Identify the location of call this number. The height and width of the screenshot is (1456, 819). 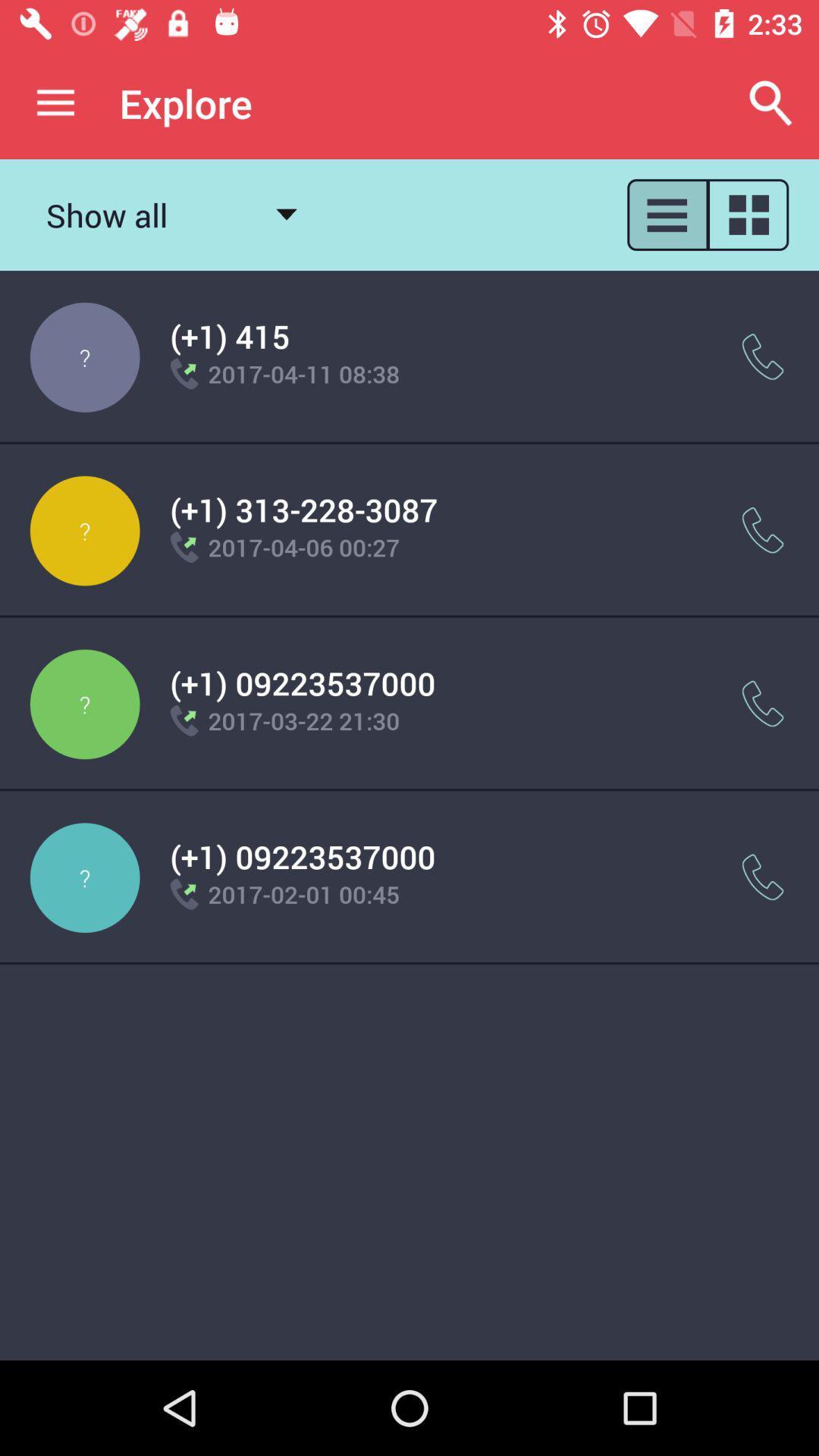
(763, 530).